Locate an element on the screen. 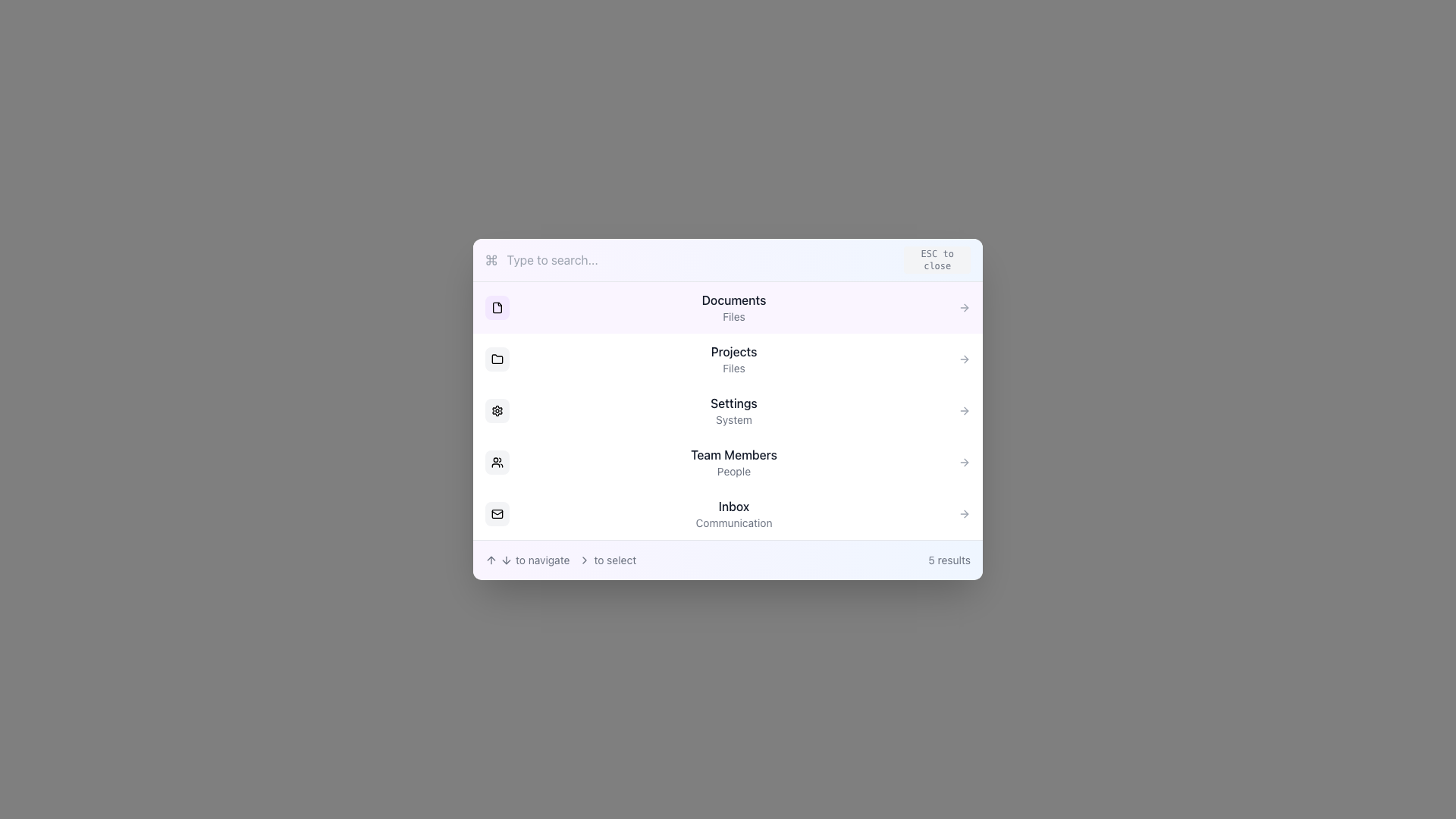 The image size is (1456, 819). the 'Projects' and 'Files' text label within the second option of the vertical list for keyboard navigation is located at coordinates (734, 359).